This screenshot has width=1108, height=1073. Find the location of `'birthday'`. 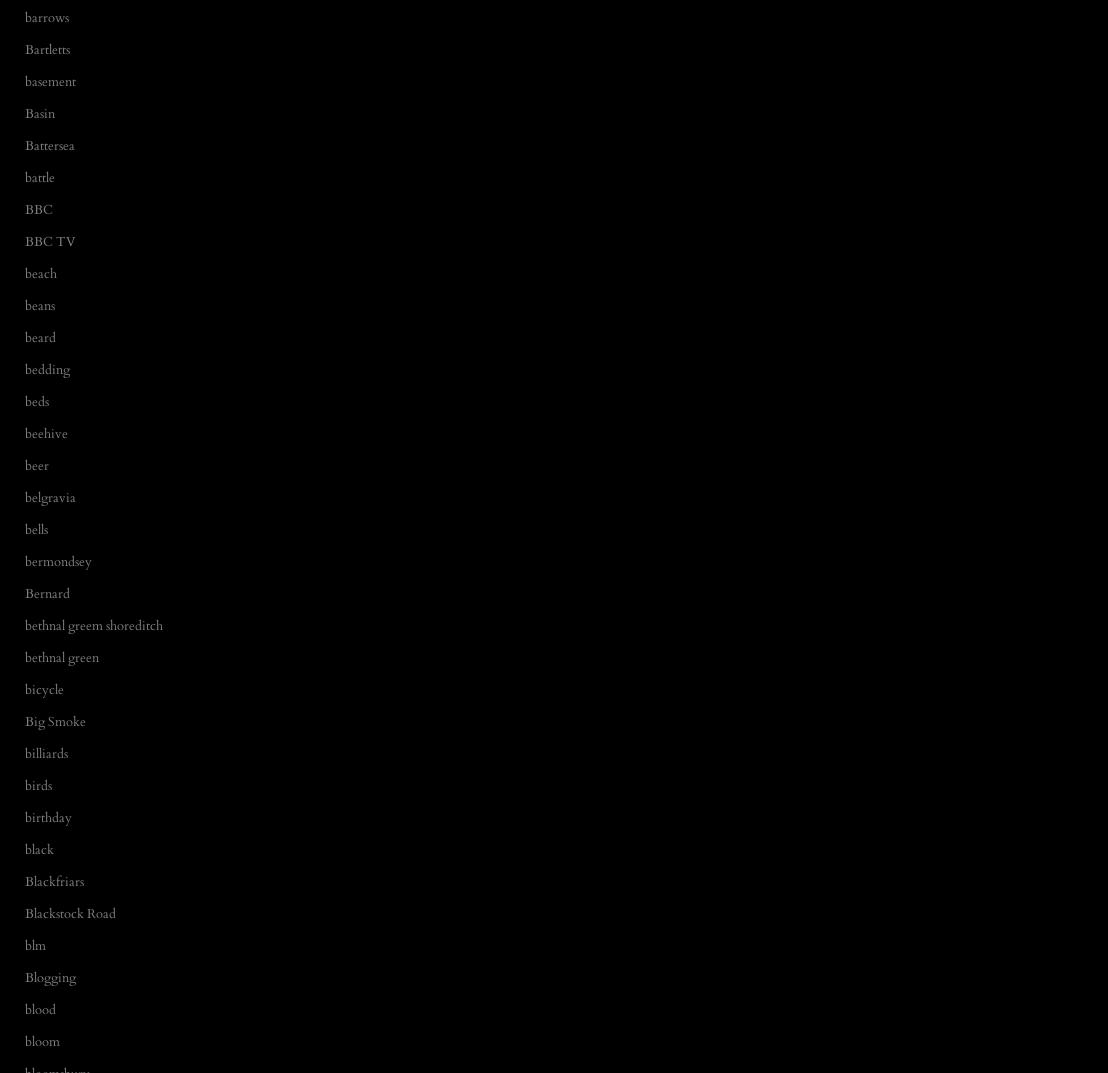

'birthday' is located at coordinates (25, 816).